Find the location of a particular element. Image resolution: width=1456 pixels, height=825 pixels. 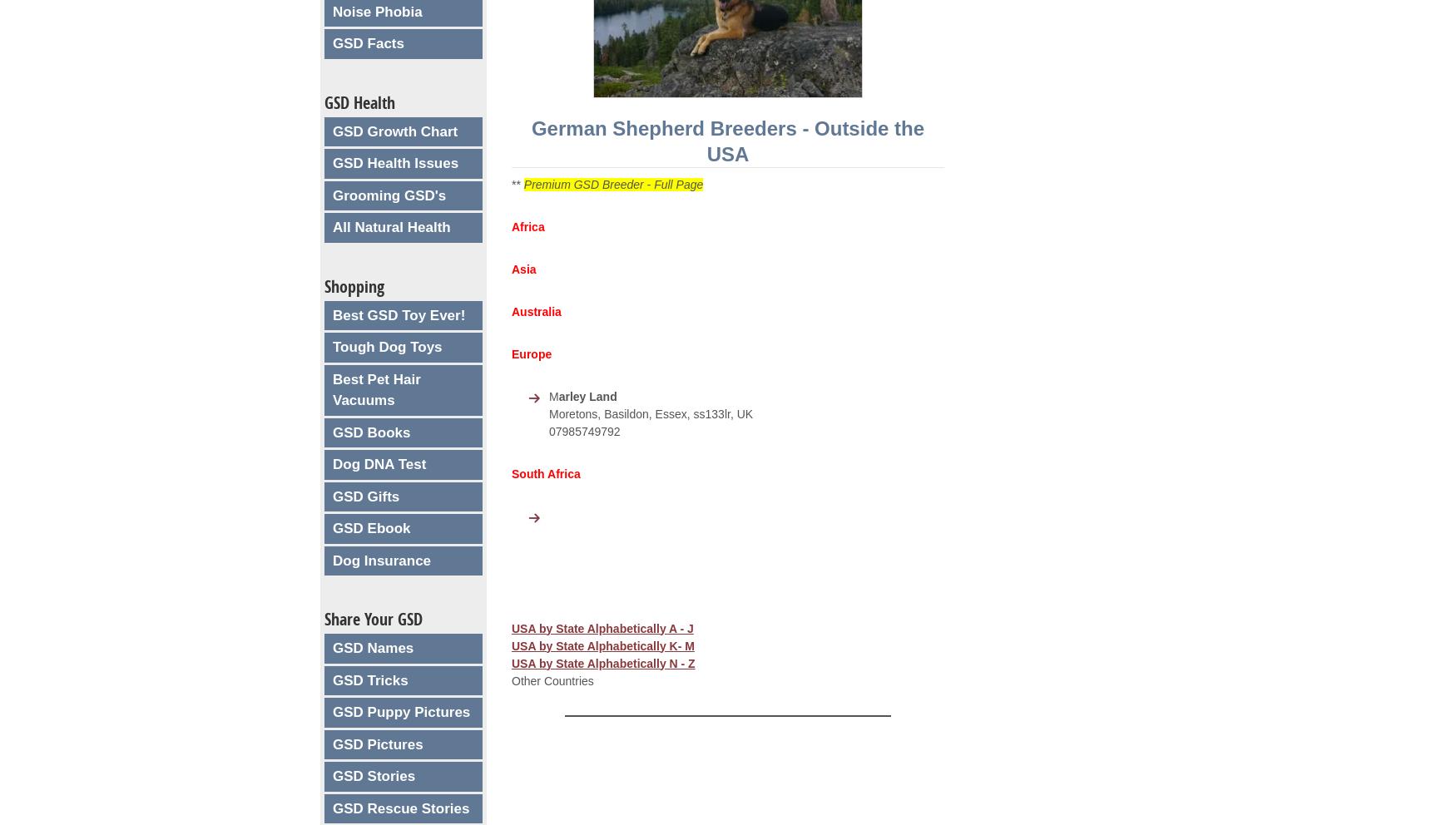

'Noise Phobia' is located at coordinates (332, 10).